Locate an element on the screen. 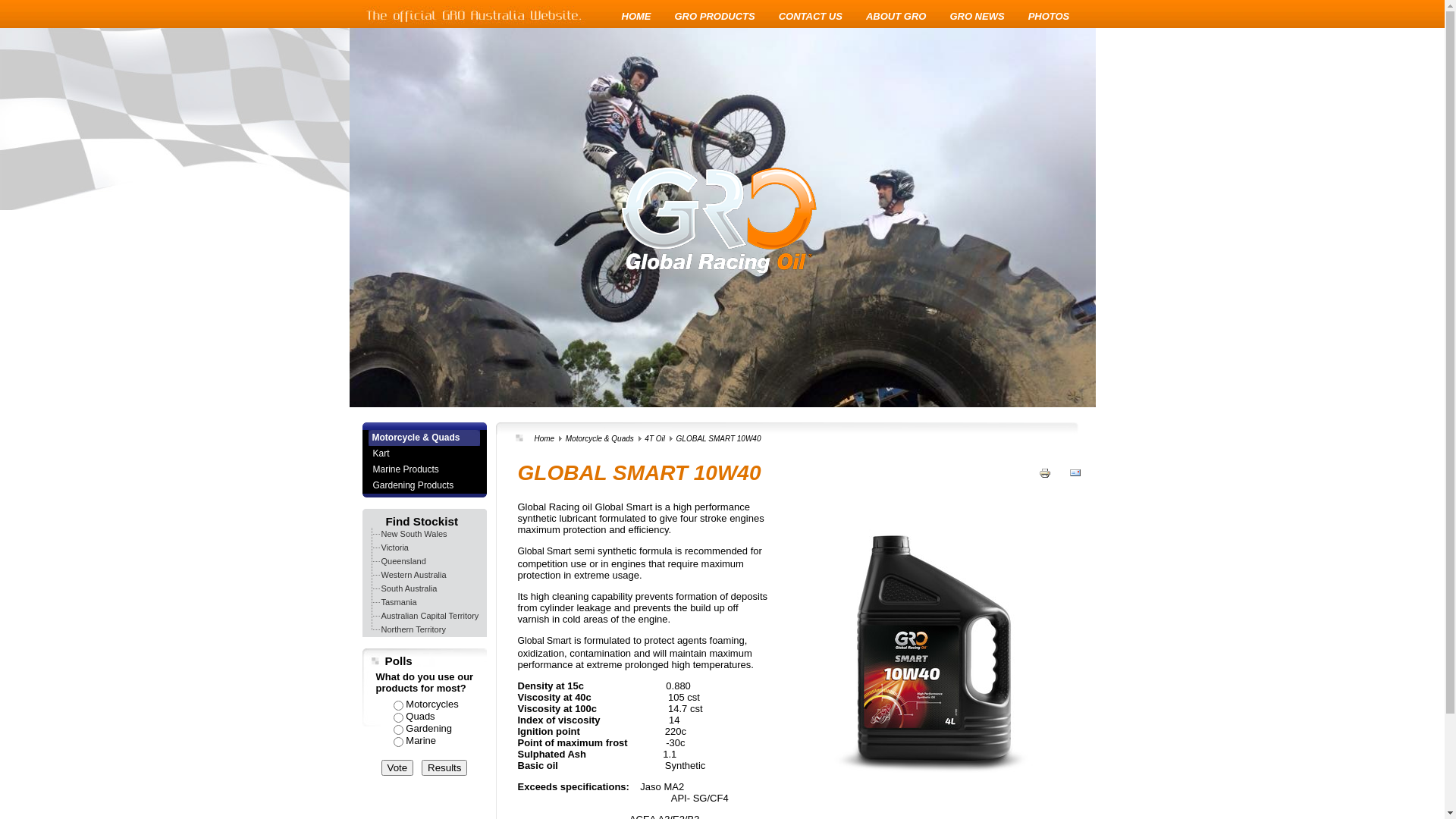  'Marine Products' is located at coordinates (423, 469).